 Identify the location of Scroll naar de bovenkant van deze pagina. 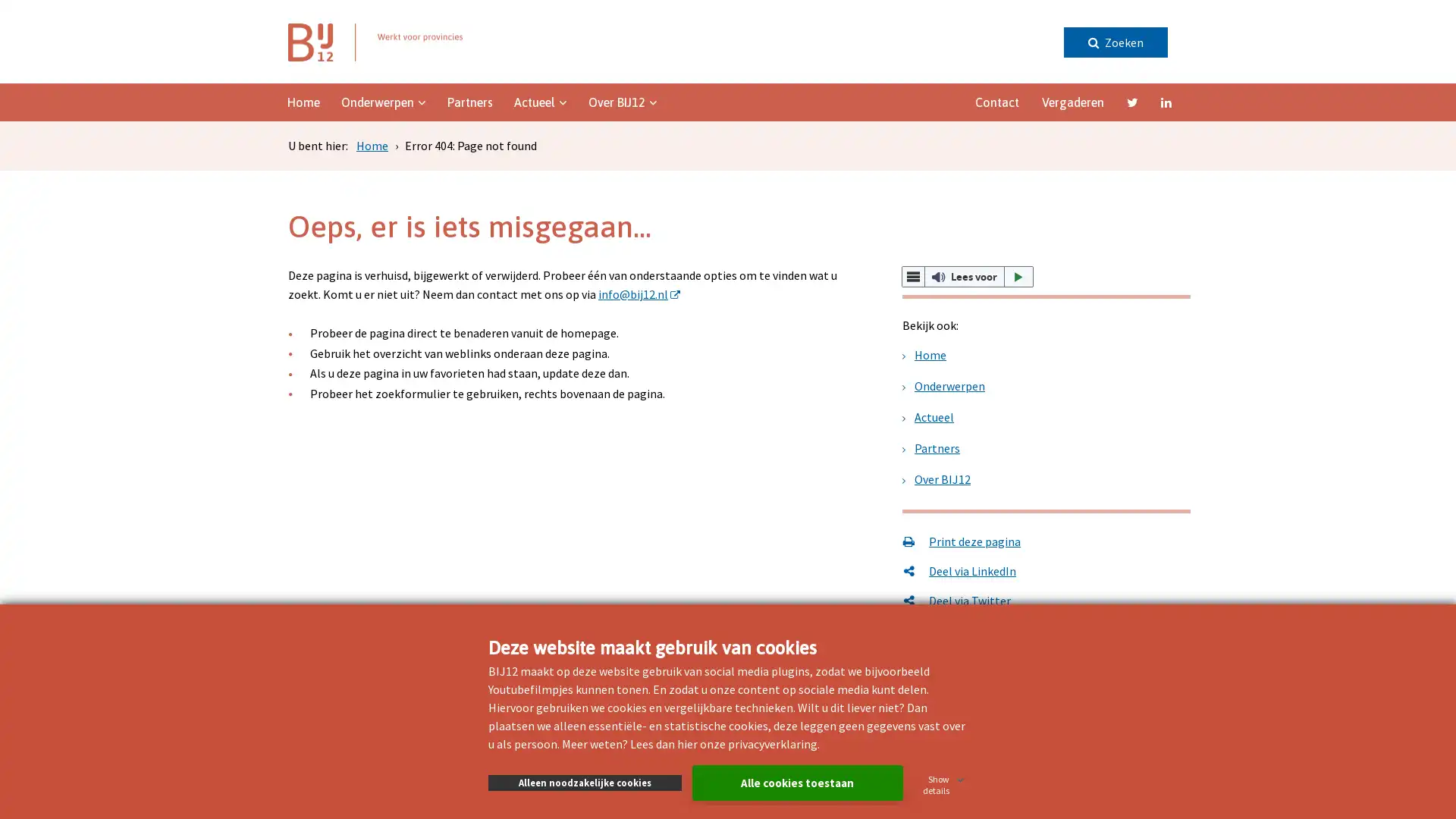
(1399, 388).